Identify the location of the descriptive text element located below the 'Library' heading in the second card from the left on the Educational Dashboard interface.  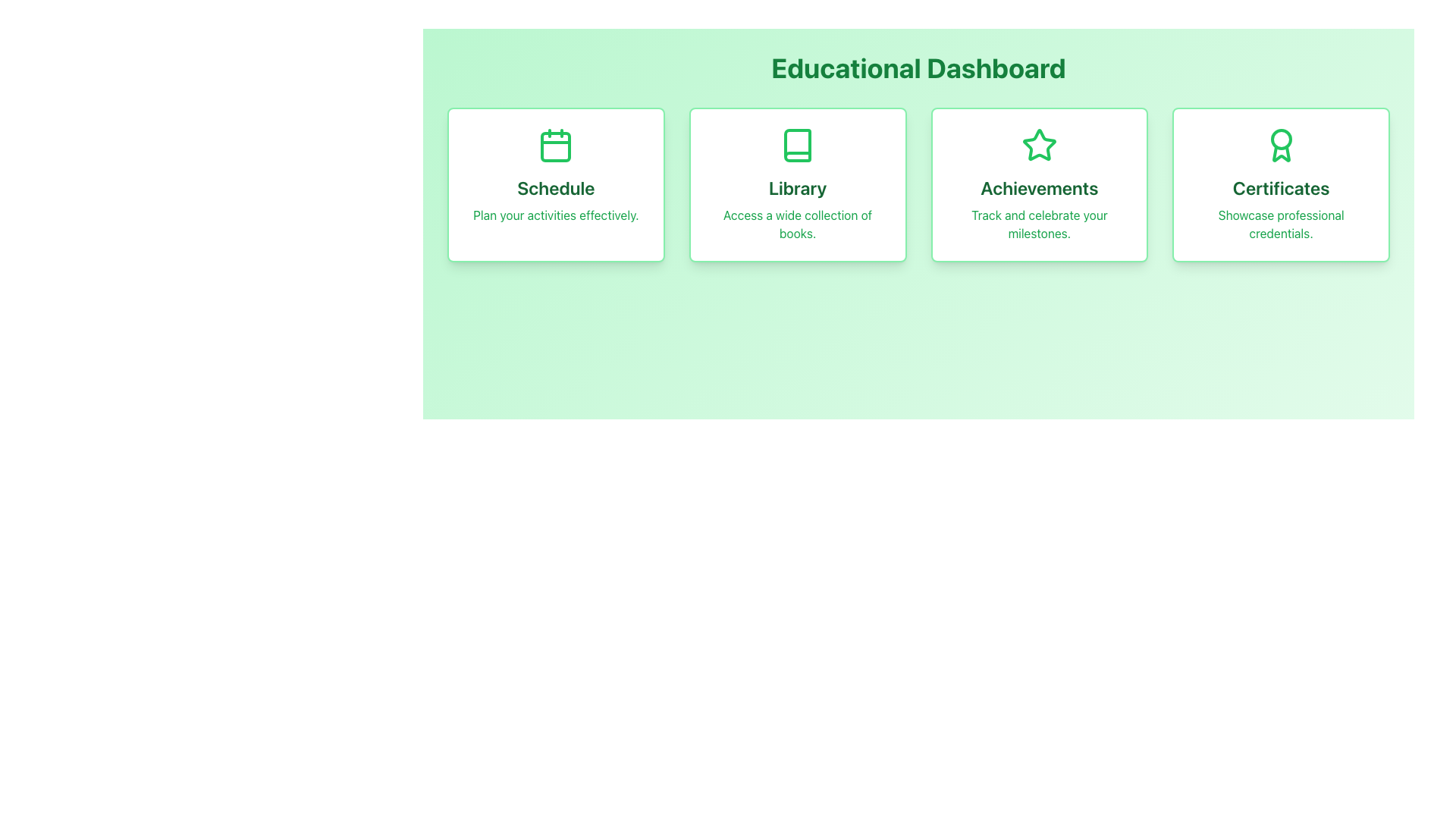
(797, 224).